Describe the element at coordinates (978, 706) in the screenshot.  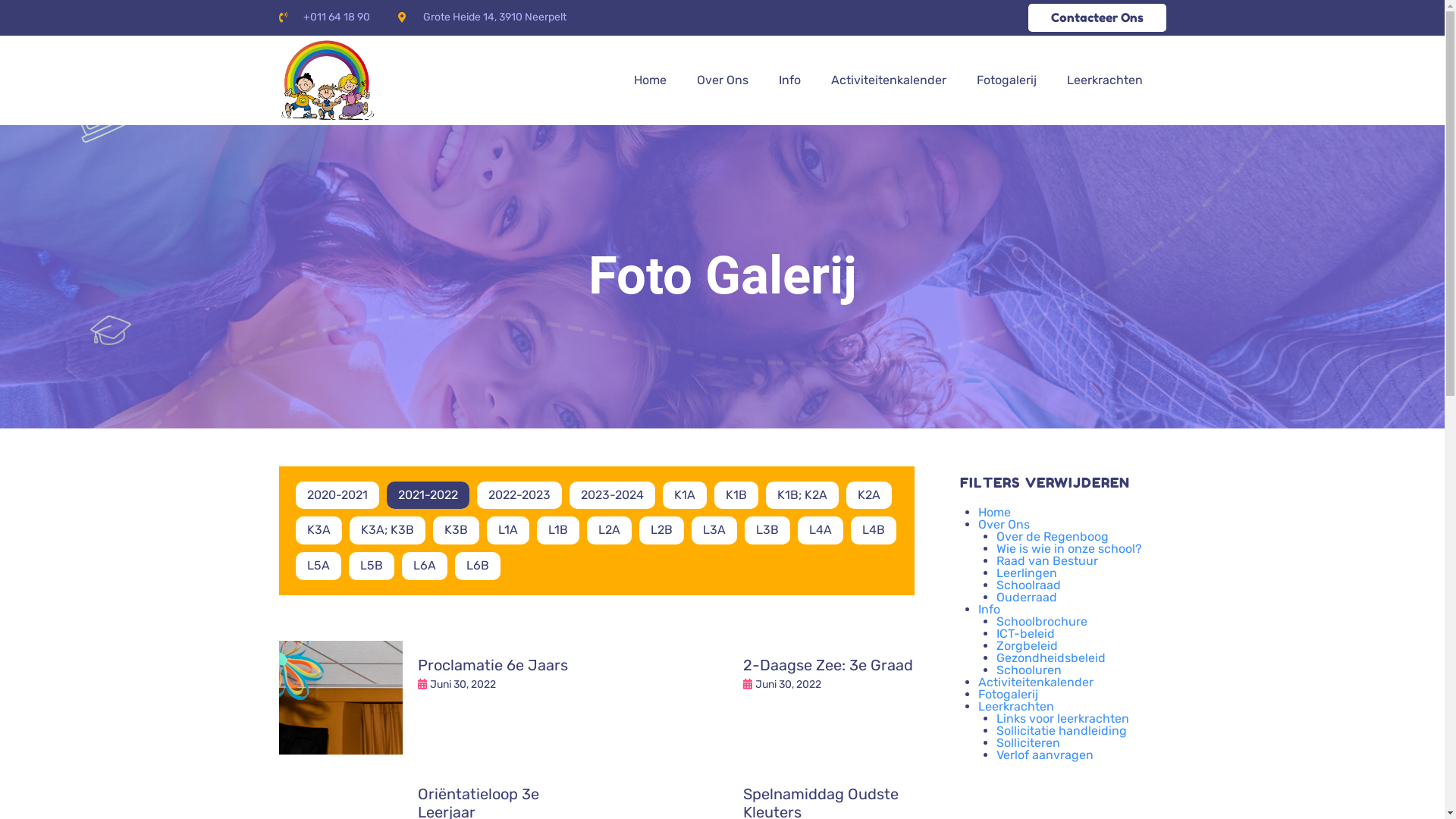
I see `'Leerkrachten'` at that location.